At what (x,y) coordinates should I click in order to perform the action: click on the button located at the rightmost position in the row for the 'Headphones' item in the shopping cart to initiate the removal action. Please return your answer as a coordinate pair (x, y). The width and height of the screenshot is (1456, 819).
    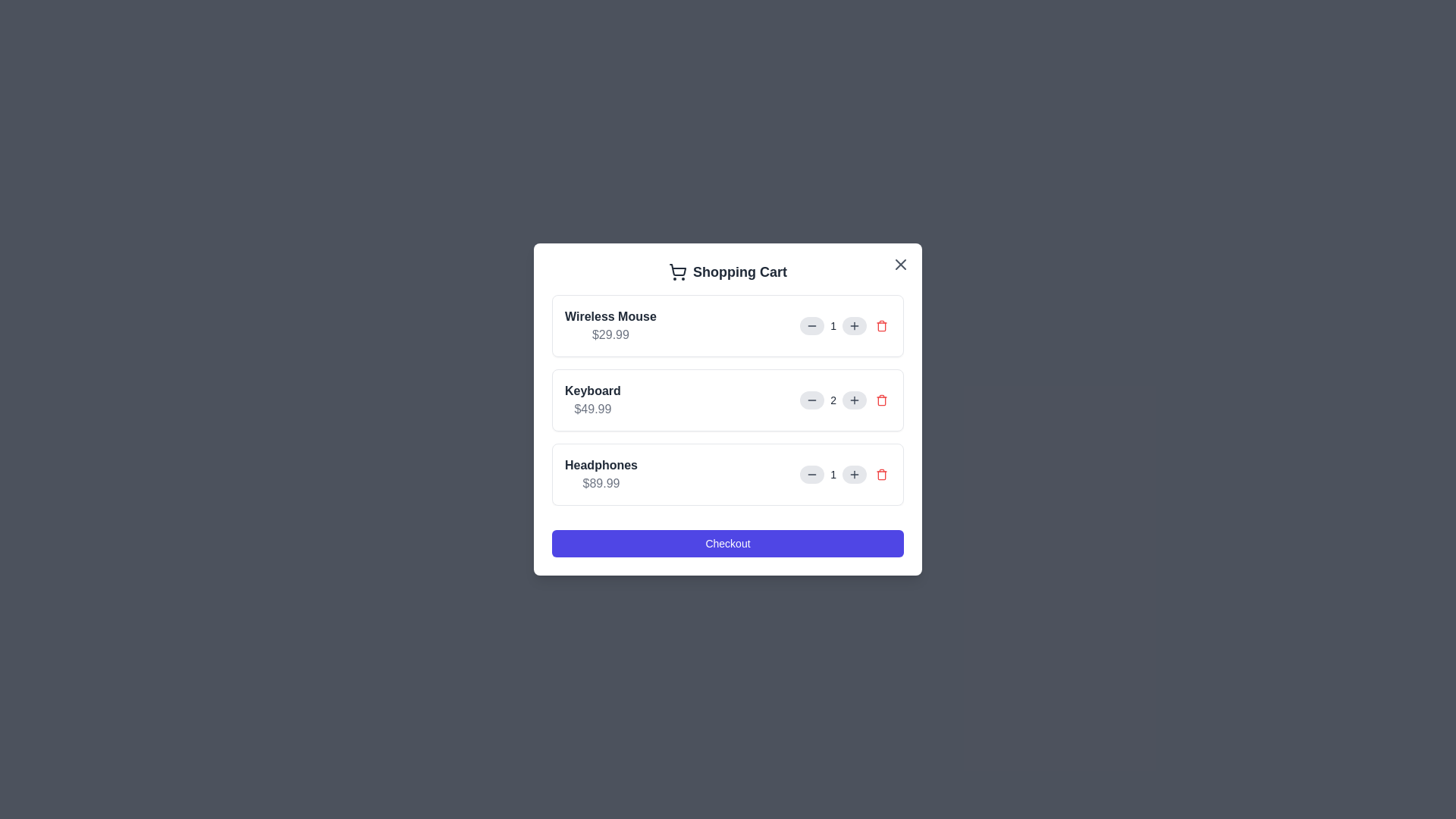
    Looking at the image, I should click on (881, 473).